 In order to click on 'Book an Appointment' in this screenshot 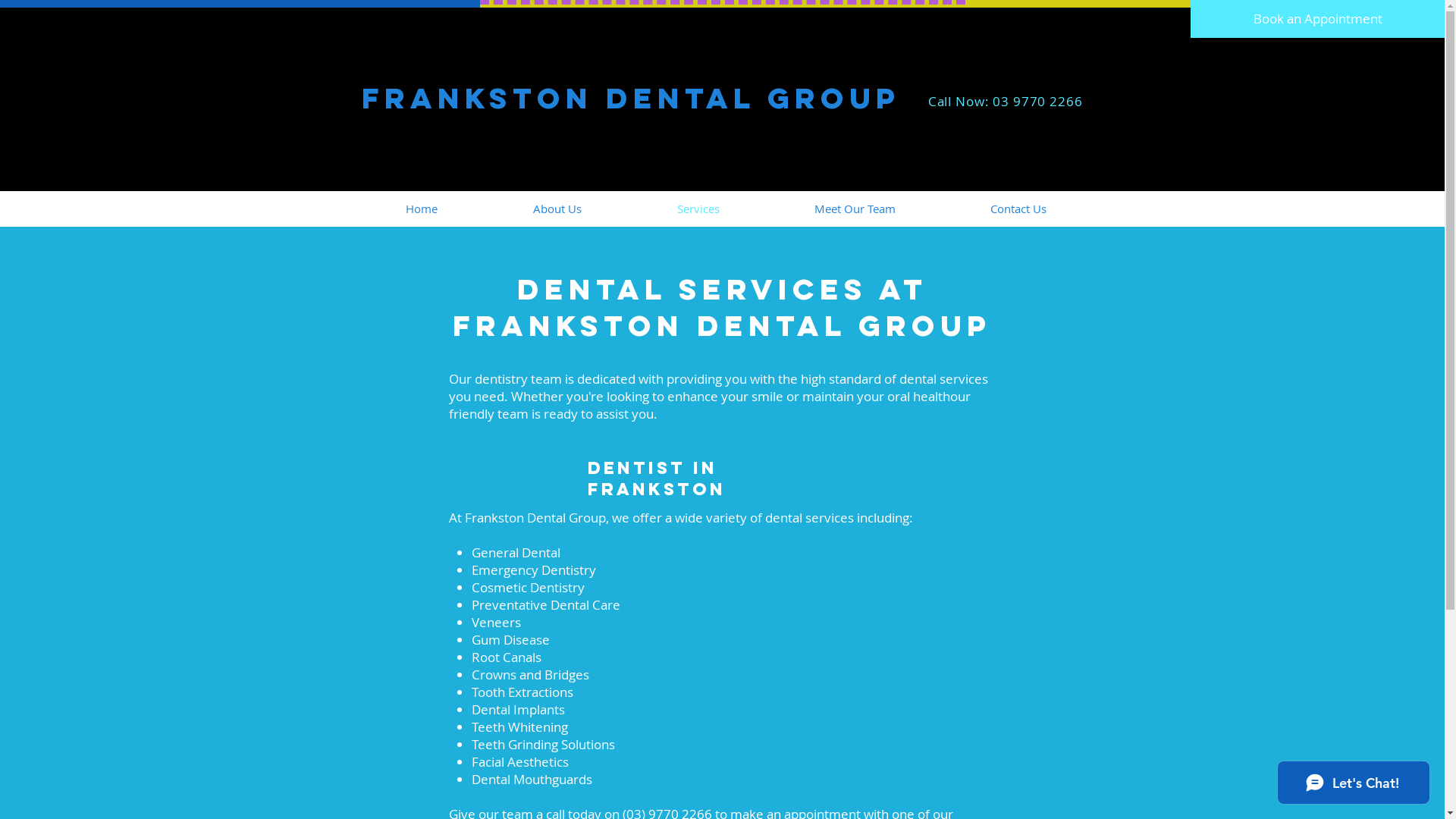, I will do `click(1316, 18)`.